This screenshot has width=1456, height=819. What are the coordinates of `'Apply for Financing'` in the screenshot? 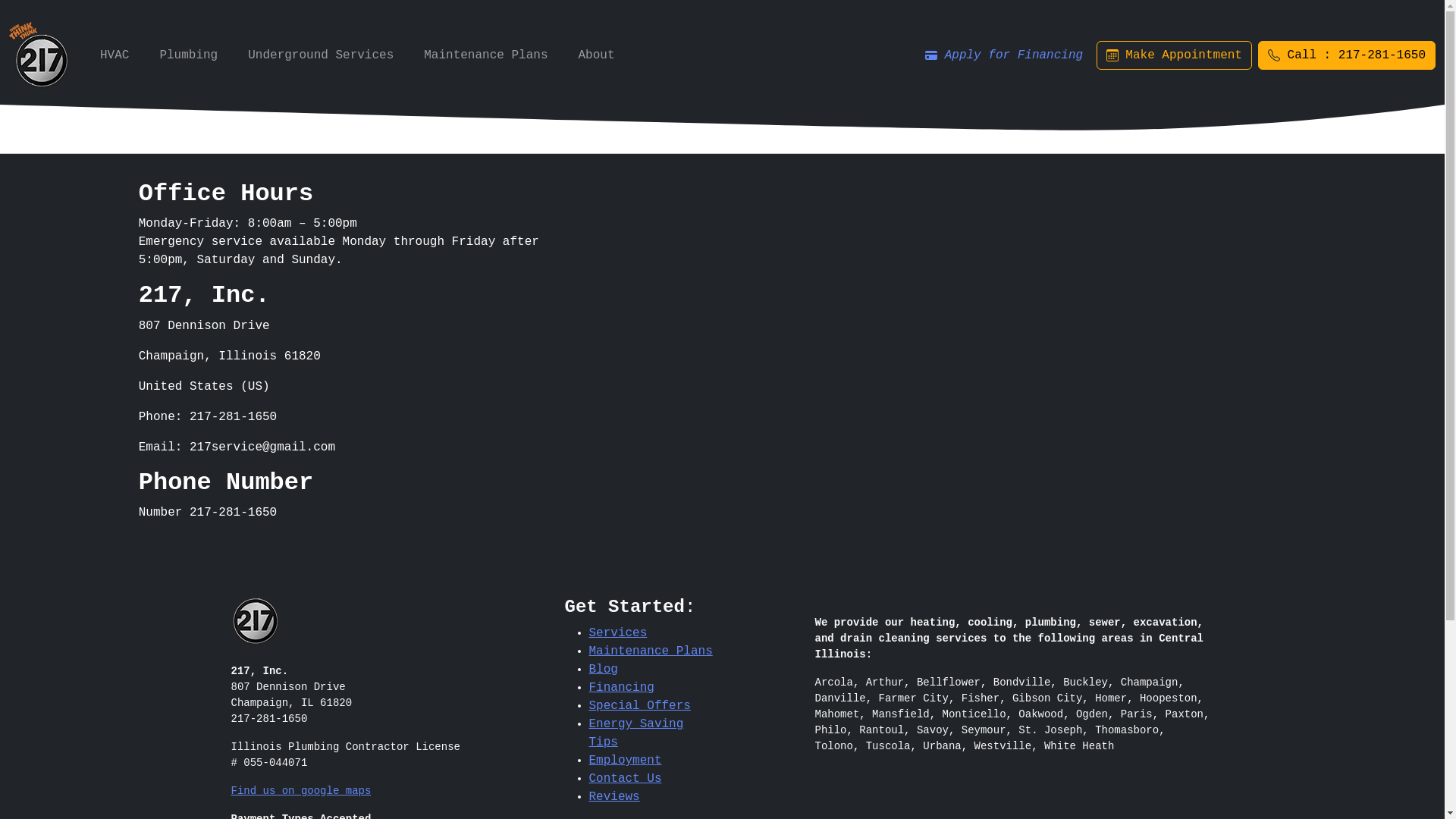 It's located at (1004, 55).